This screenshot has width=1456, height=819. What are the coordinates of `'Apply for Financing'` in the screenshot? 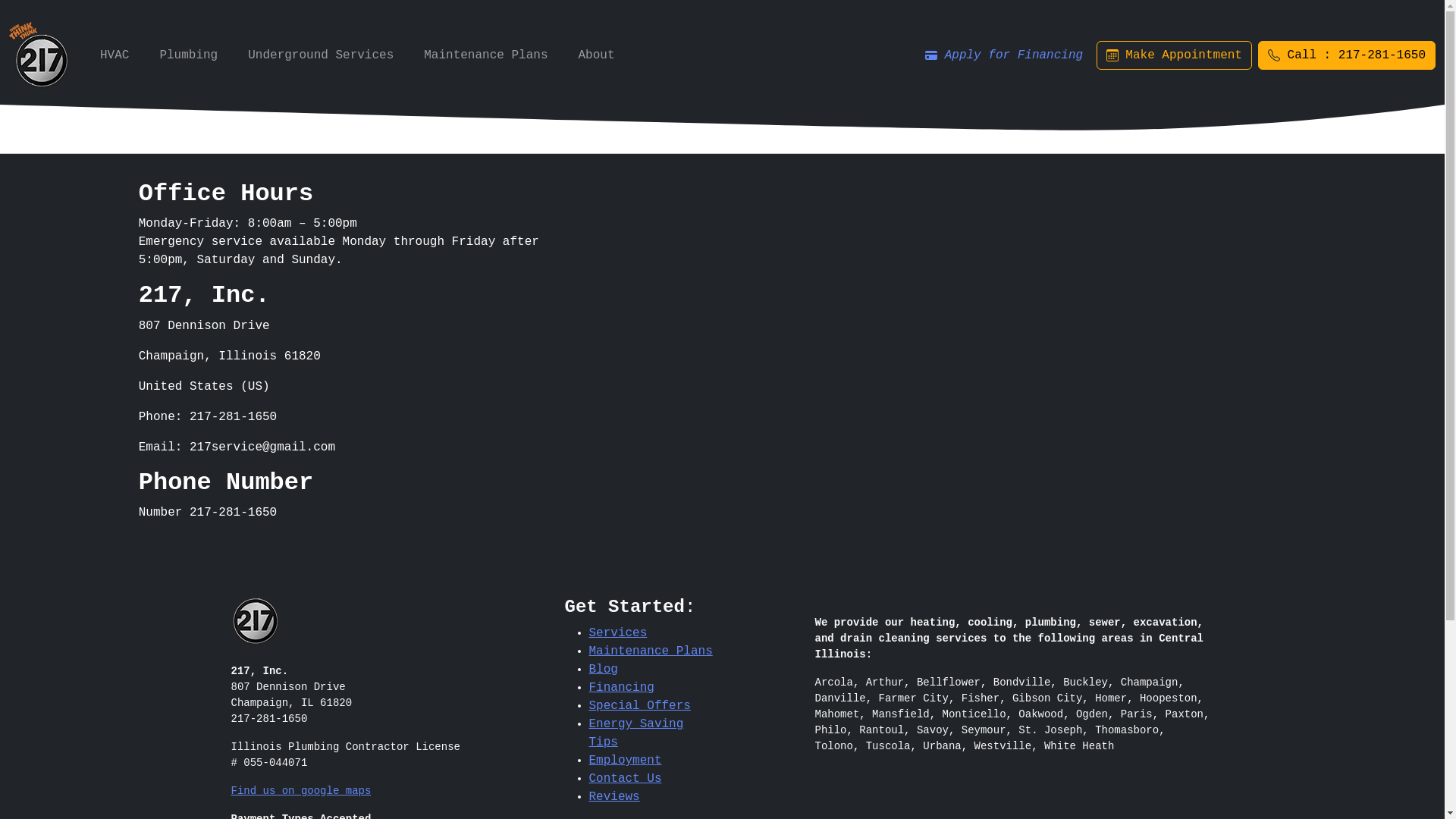 It's located at (1004, 55).